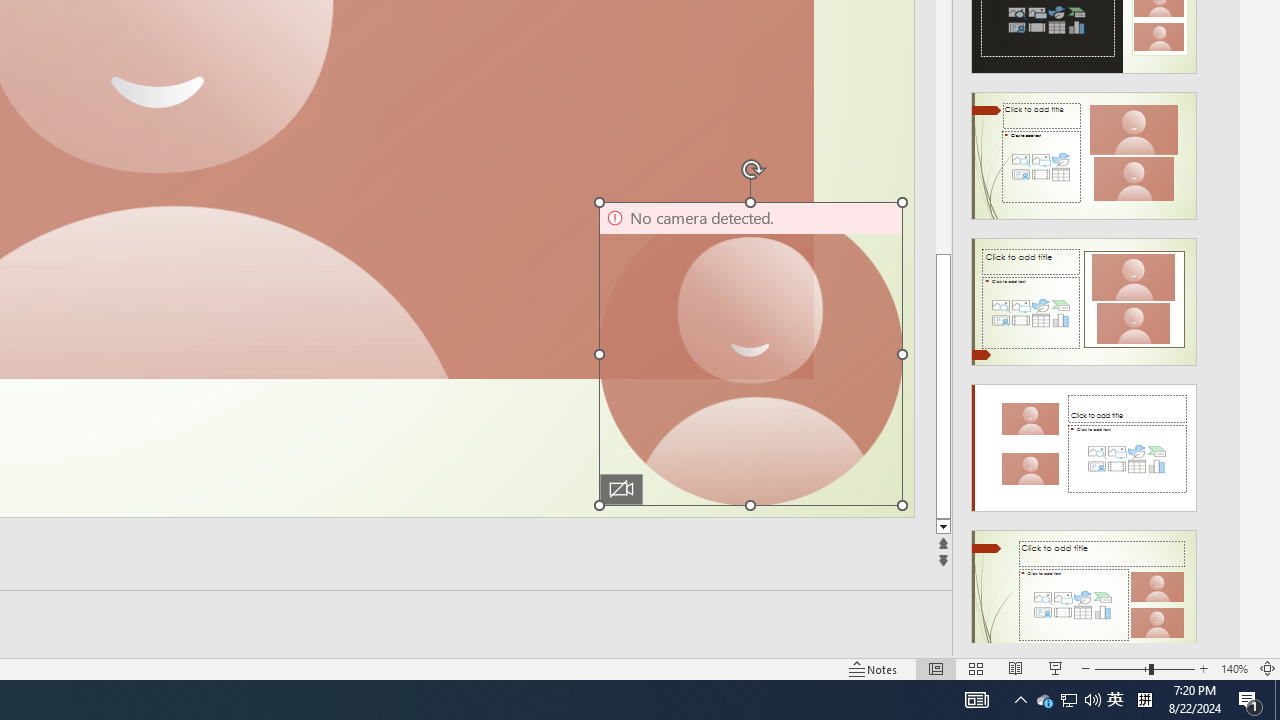 The height and width of the screenshot is (720, 1280). What do you see at coordinates (1144, 669) in the screenshot?
I see `'Zoom'` at bounding box center [1144, 669].